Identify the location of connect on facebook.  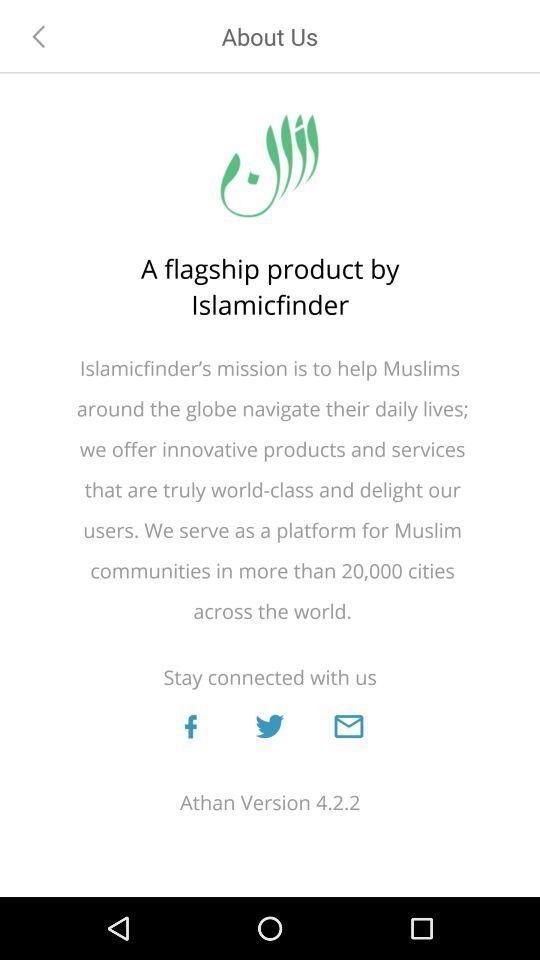
(190, 725).